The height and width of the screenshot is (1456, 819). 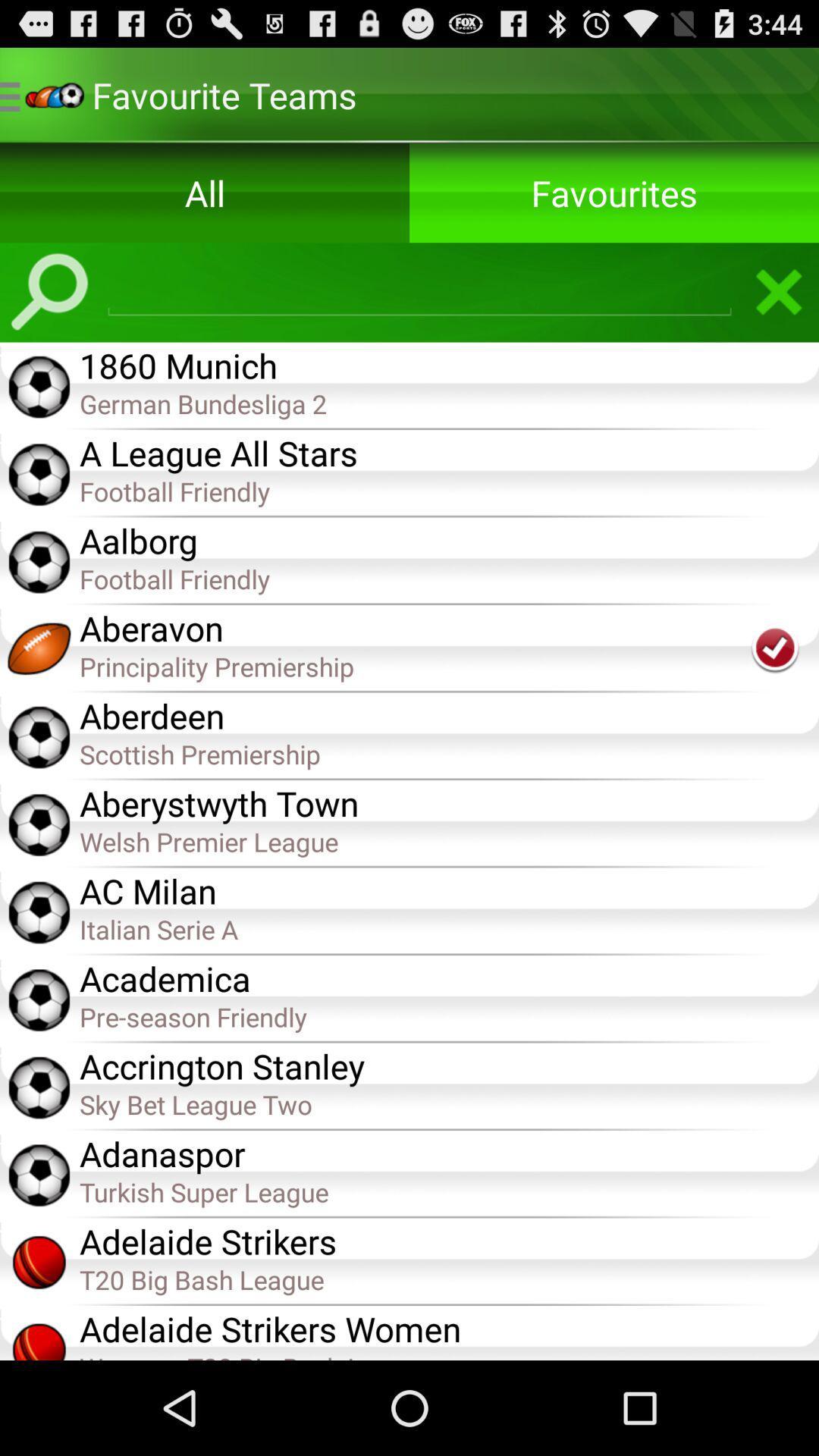 I want to click on the aberystwyth town icon, so click(x=448, y=801).